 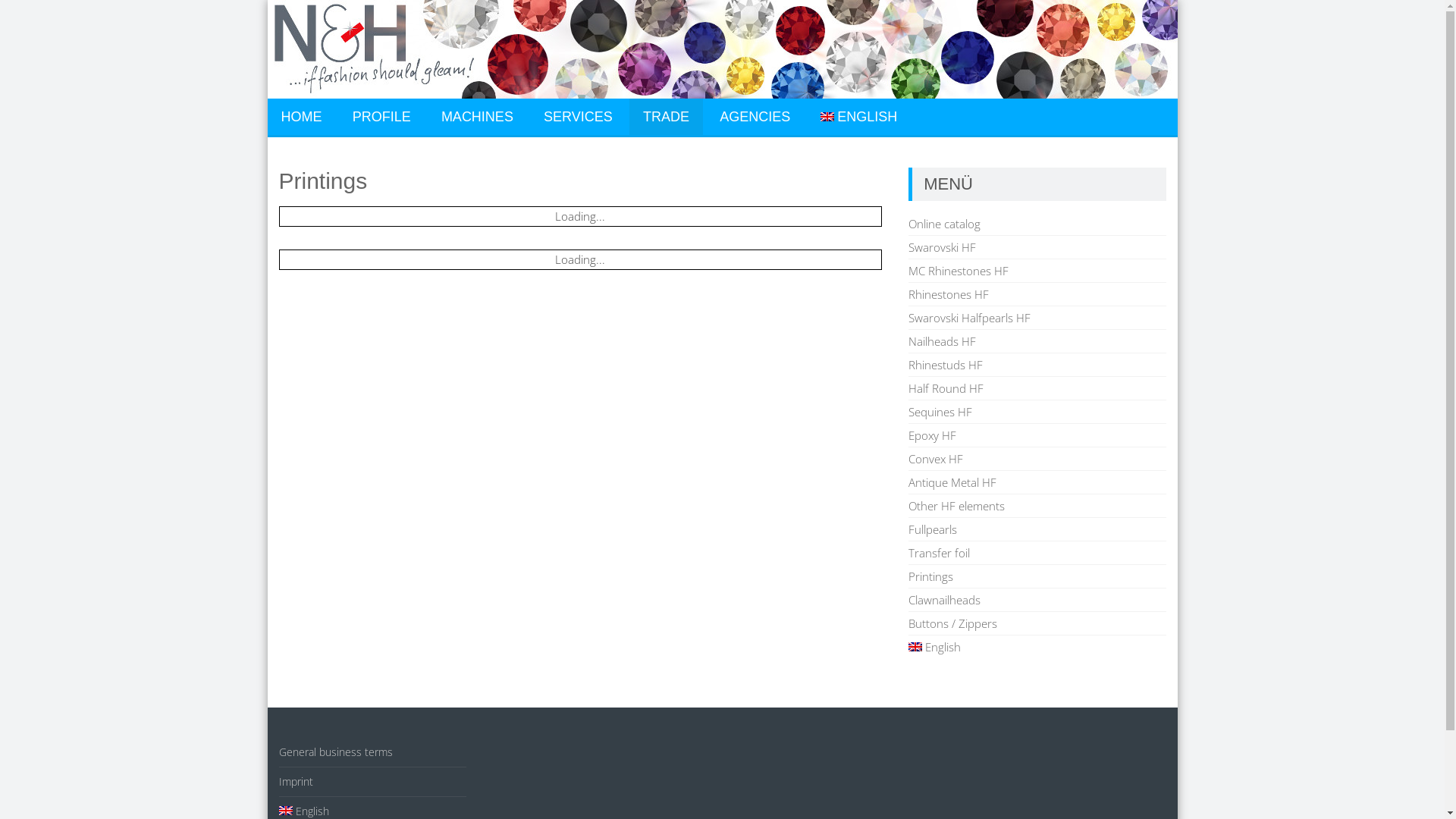 What do you see at coordinates (296, 781) in the screenshot?
I see `'Imprint'` at bounding box center [296, 781].